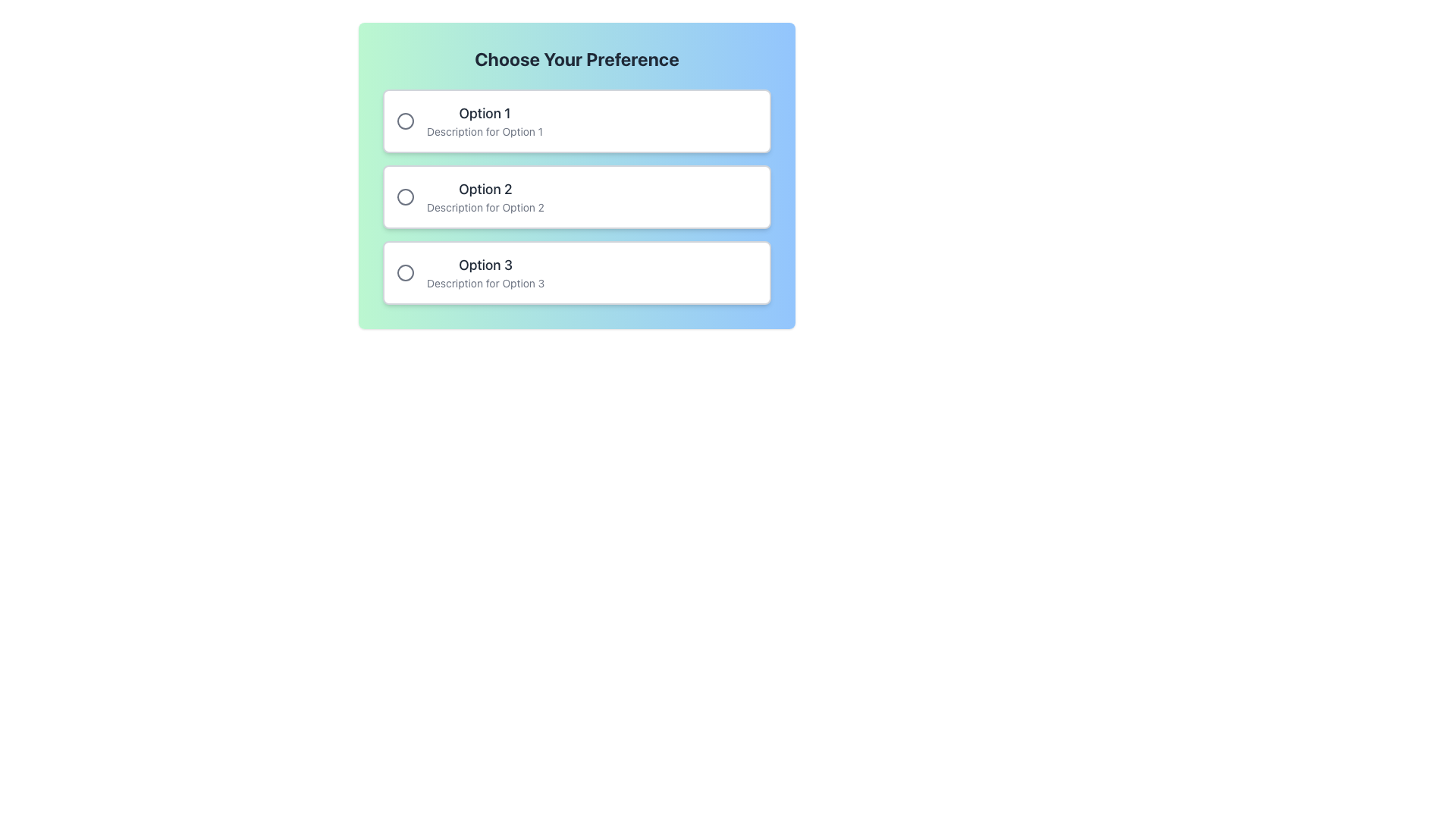 This screenshot has width=1456, height=819. What do you see at coordinates (469, 196) in the screenshot?
I see `the text block in the second selectable option card` at bounding box center [469, 196].